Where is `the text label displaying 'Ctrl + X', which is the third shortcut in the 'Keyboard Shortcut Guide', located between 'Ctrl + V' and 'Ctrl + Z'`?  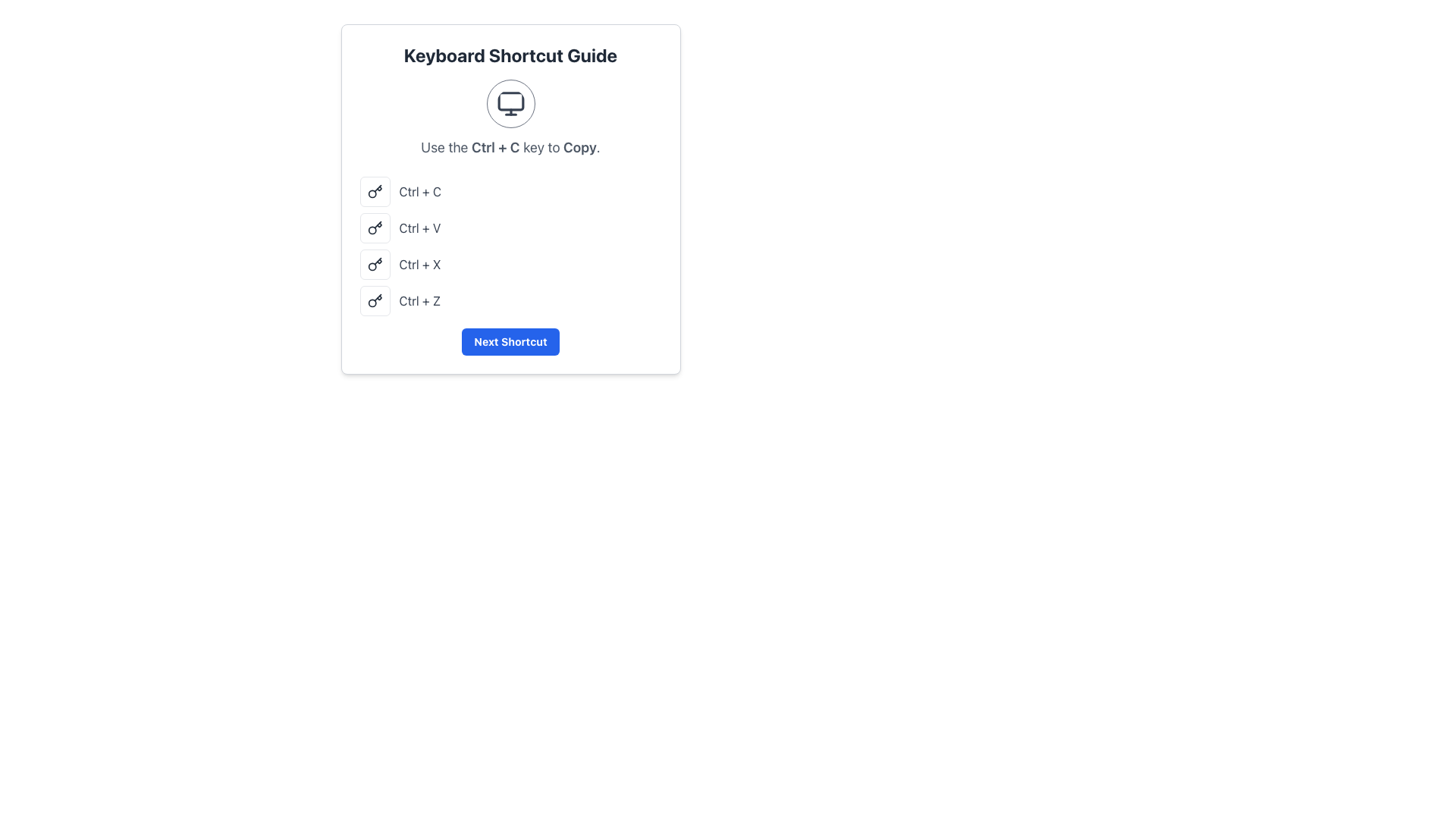
the text label displaying 'Ctrl + X', which is the third shortcut in the 'Keyboard Shortcut Guide', located between 'Ctrl + V' and 'Ctrl + Z' is located at coordinates (419, 263).